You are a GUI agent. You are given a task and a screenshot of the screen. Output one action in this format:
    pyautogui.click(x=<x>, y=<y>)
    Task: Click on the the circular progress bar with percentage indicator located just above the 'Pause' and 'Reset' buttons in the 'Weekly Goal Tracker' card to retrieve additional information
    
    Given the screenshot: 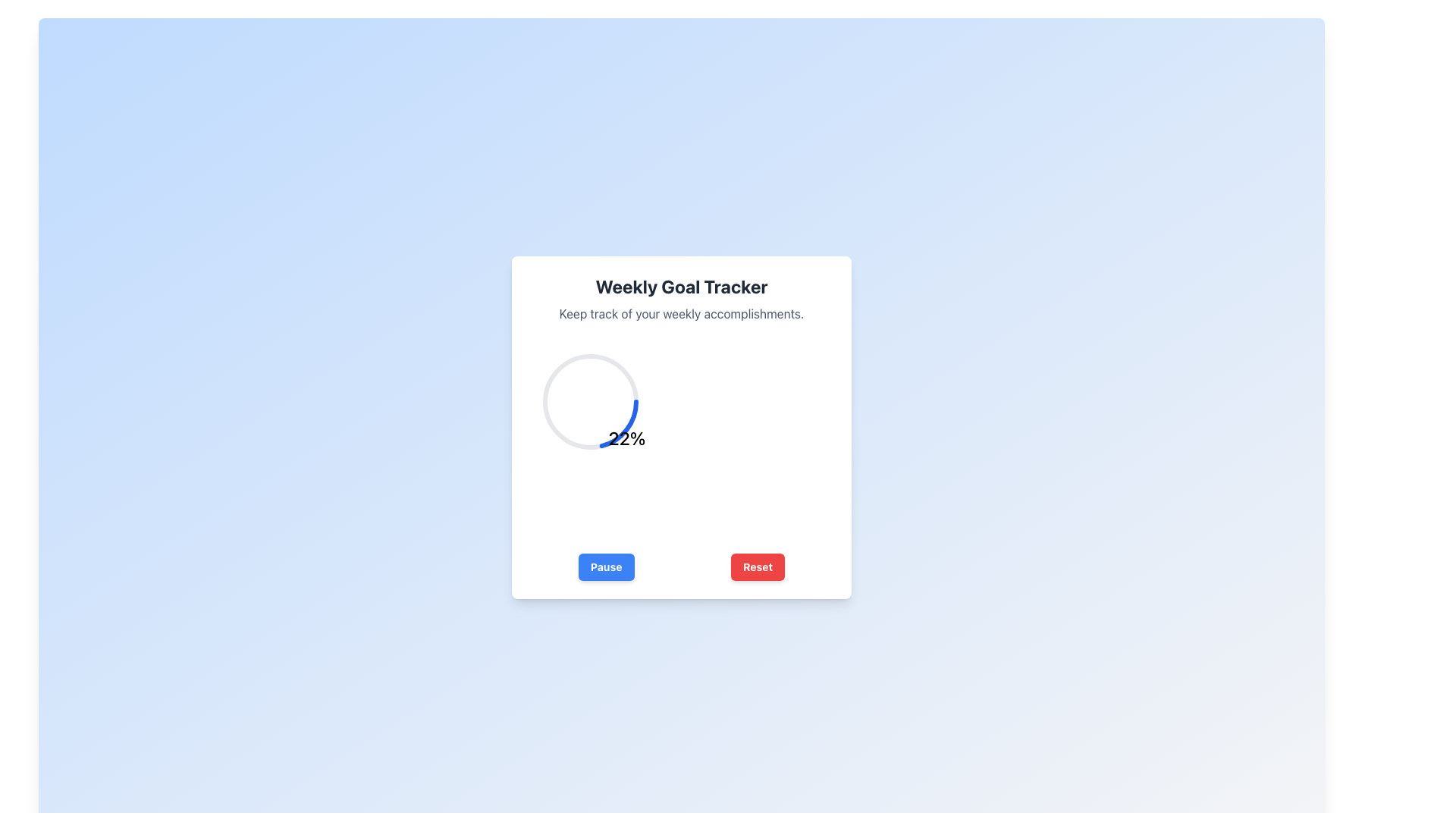 What is the action you would take?
    pyautogui.click(x=589, y=400)
    